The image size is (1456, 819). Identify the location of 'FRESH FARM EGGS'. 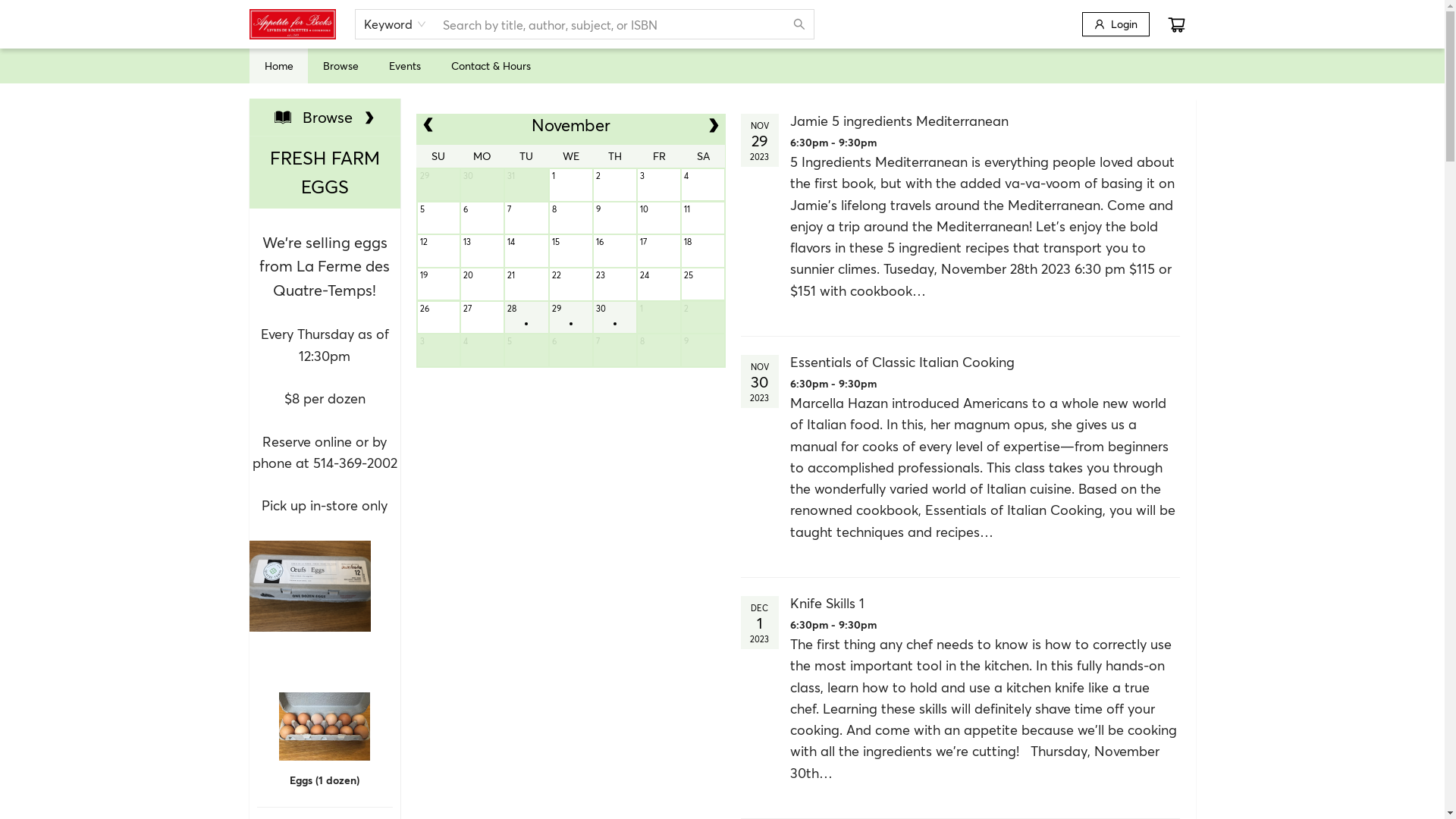
(323, 171).